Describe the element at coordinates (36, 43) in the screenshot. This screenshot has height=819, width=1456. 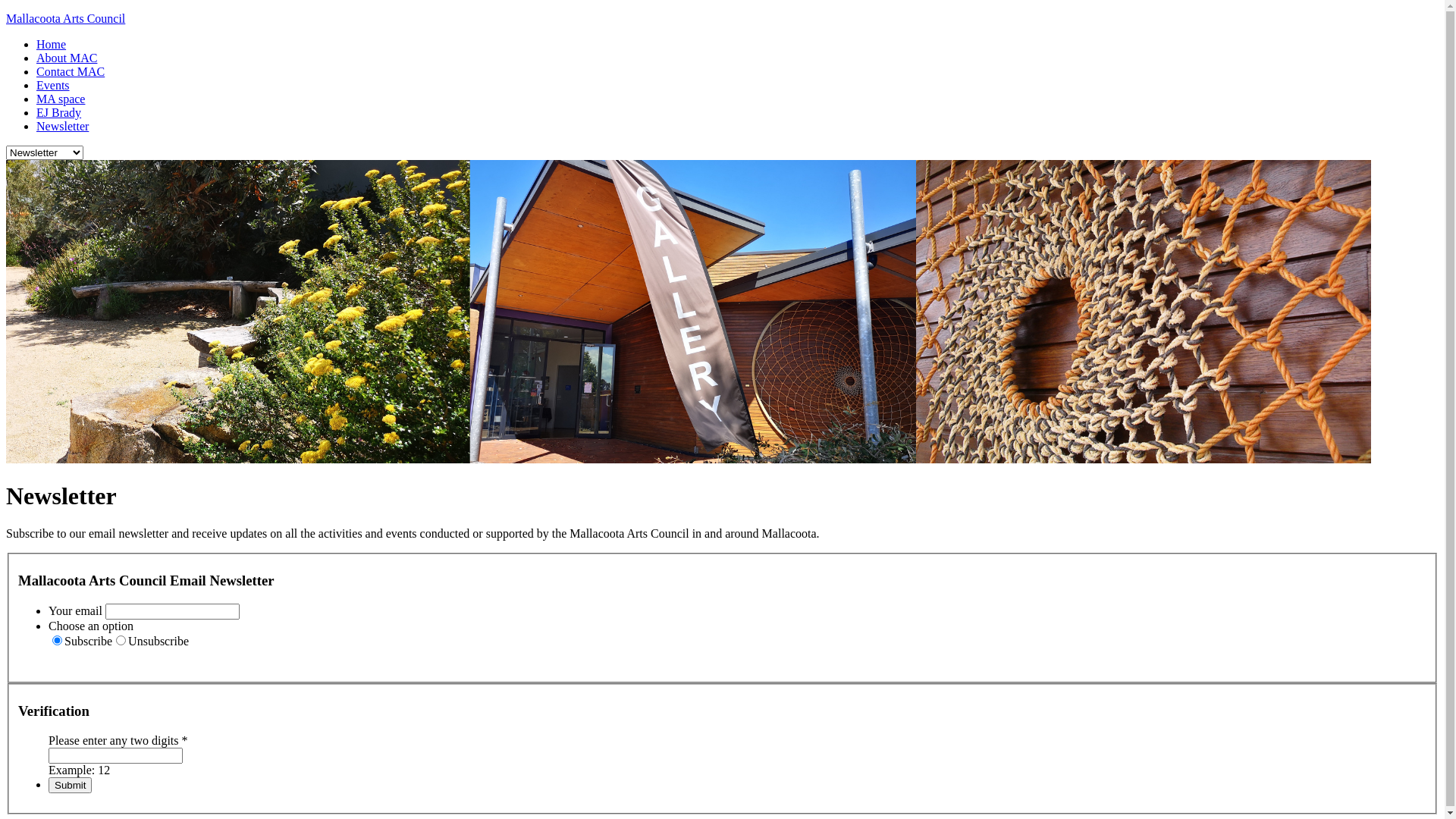
I see `'Home'` at that location.